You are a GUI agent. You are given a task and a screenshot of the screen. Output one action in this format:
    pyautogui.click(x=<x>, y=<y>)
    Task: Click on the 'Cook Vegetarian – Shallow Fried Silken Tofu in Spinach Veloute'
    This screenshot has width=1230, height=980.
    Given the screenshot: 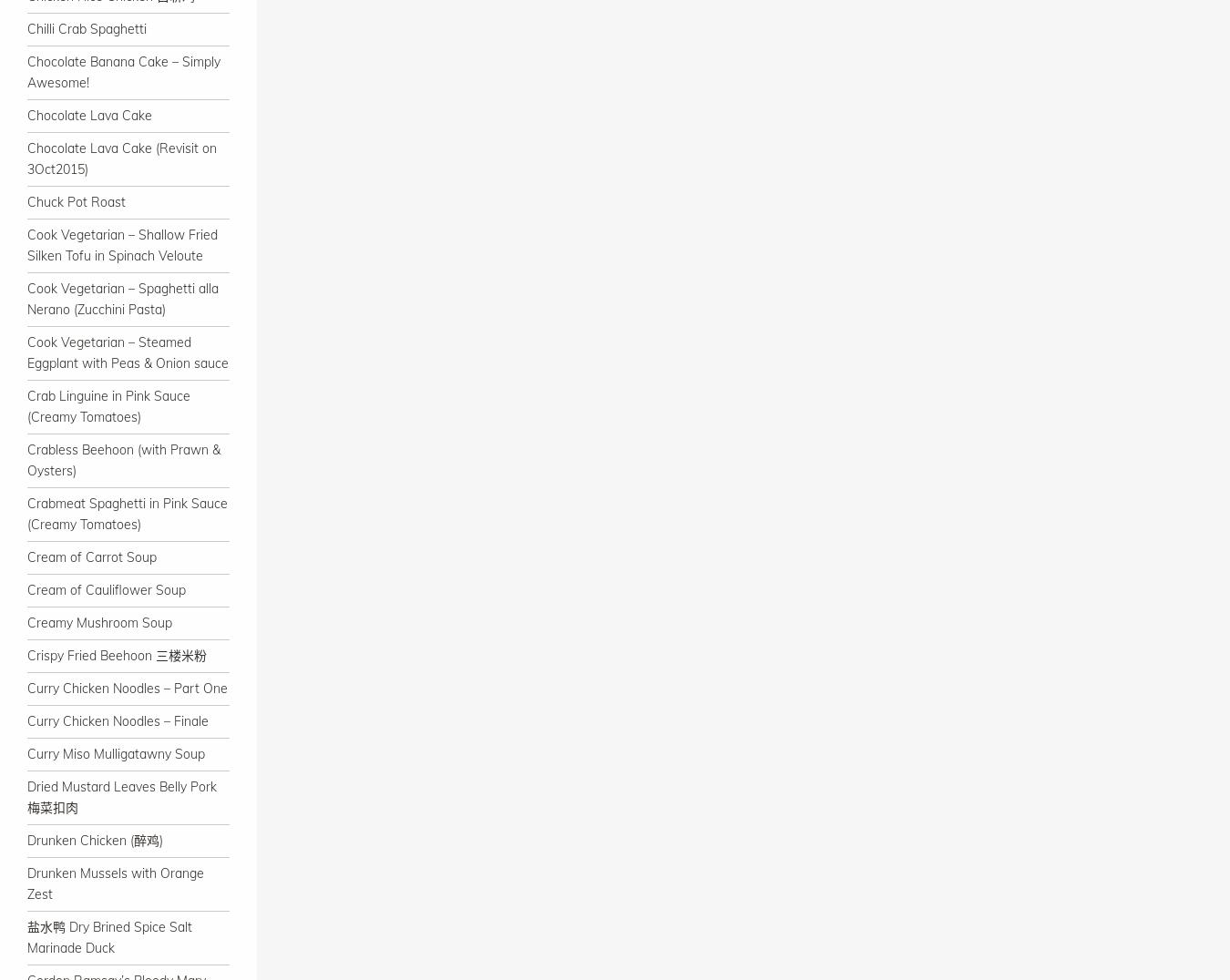 What is the action you would take?
    pyautogui.click(x=122, y=245)
    